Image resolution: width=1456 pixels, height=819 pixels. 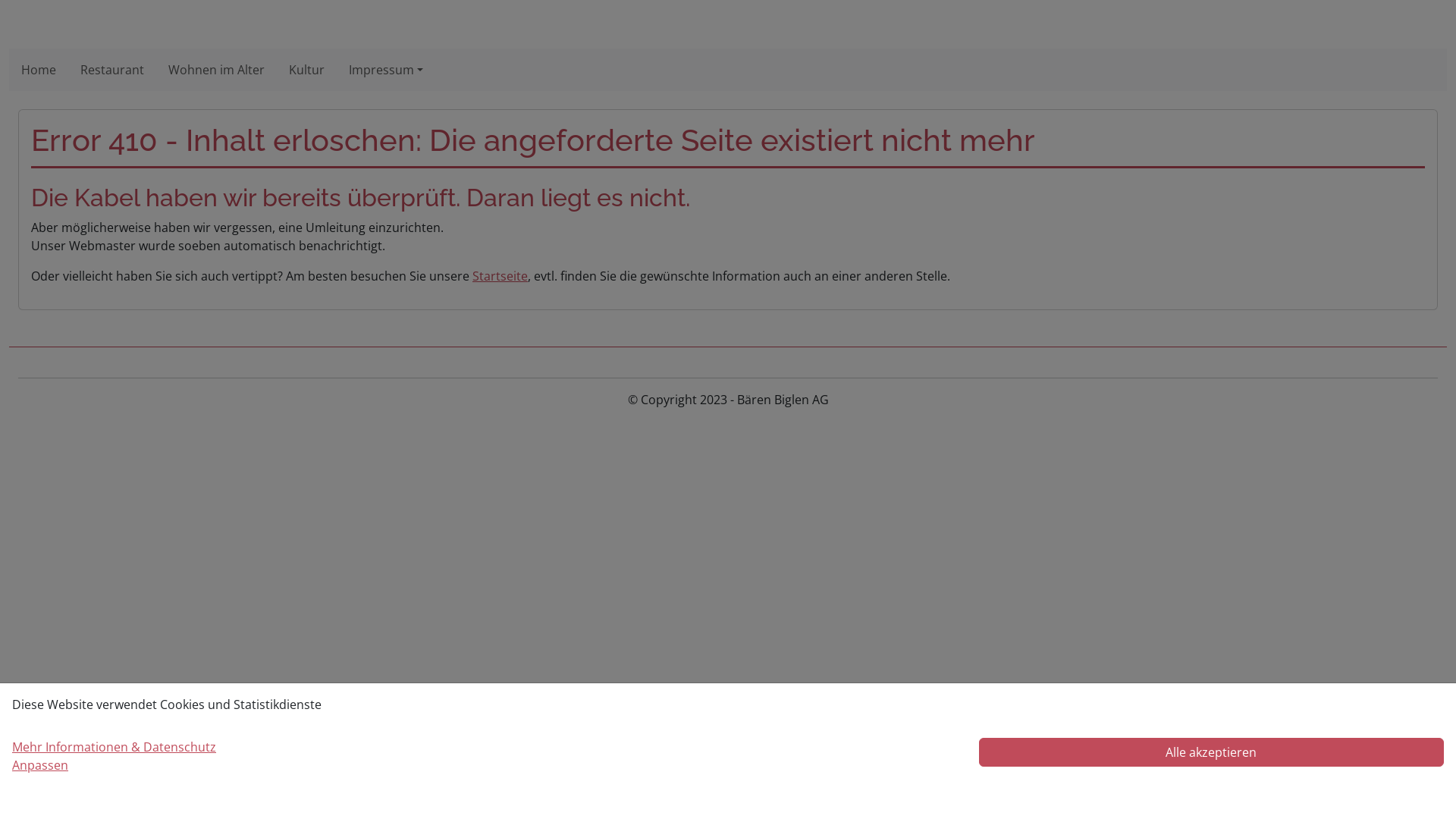 I want to click on 'Startseite', so click(x=500, y=275).